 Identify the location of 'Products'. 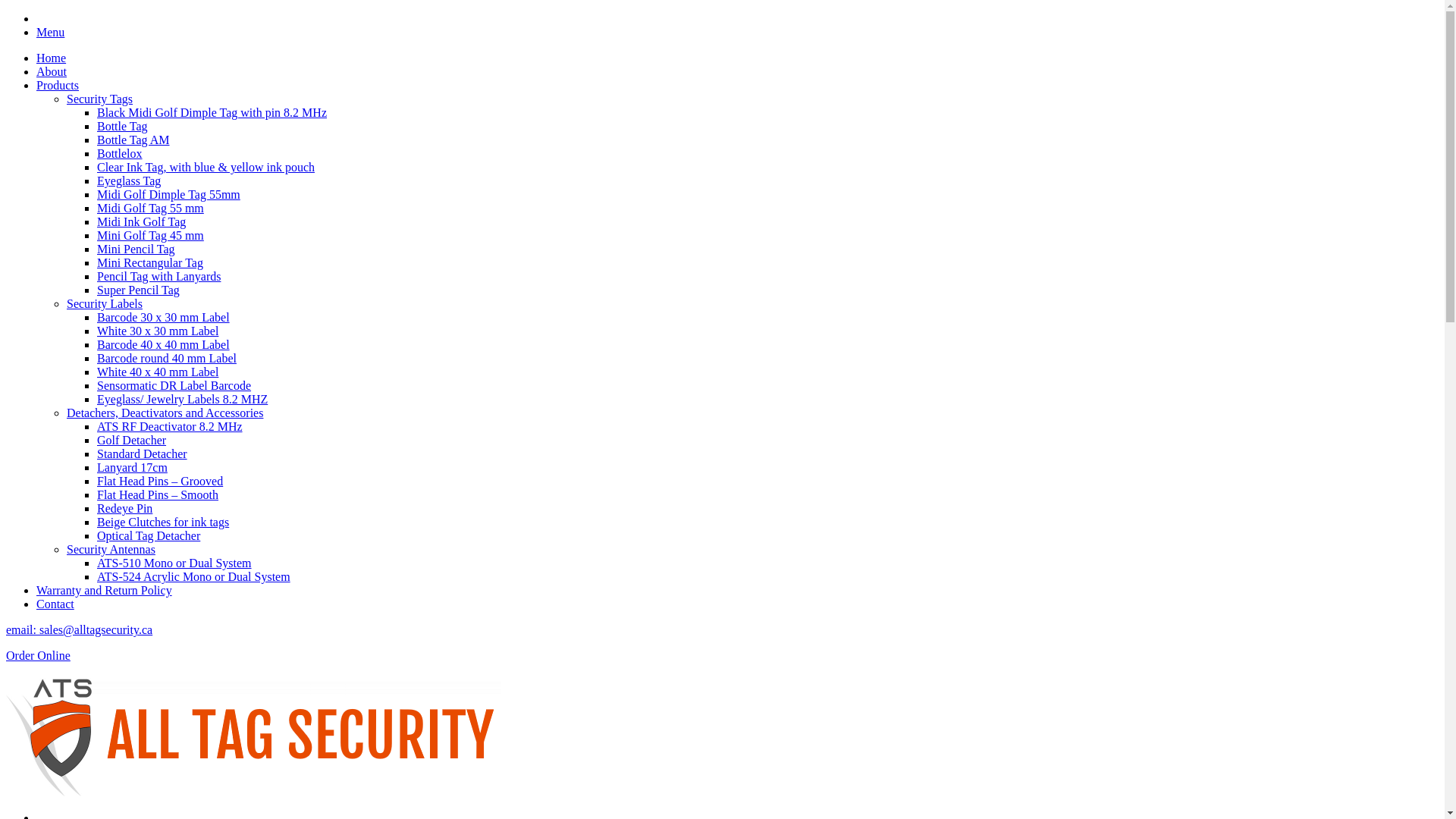
(58, 85).